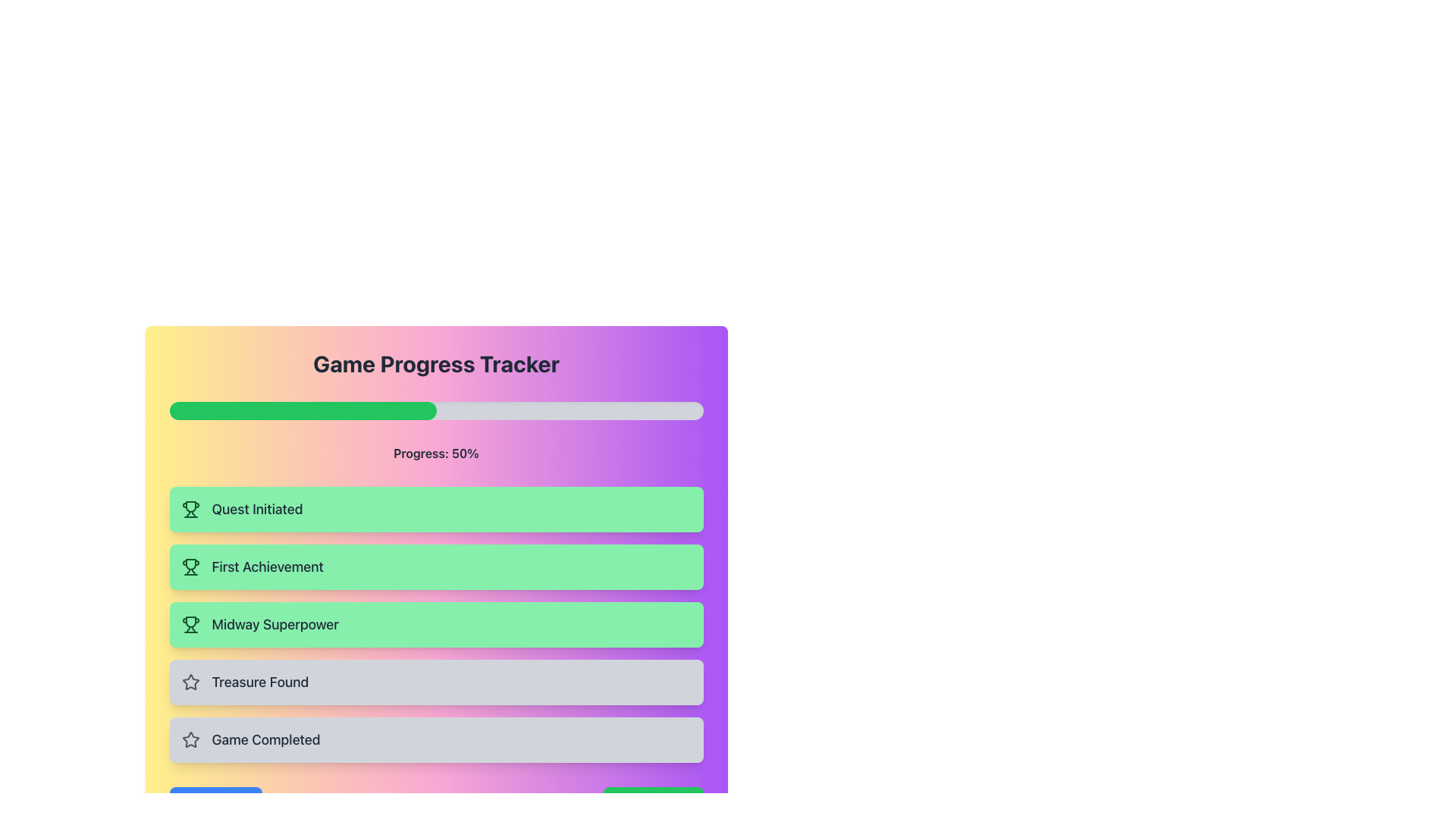 This screenshot has height=819, width=1456. I want to click on the content of the Text Label that describes the completion of the 'Quest Initiated' achievement, located in the topmost green section of the achievements list, to the right of the trophy icon, so click(257, 509).